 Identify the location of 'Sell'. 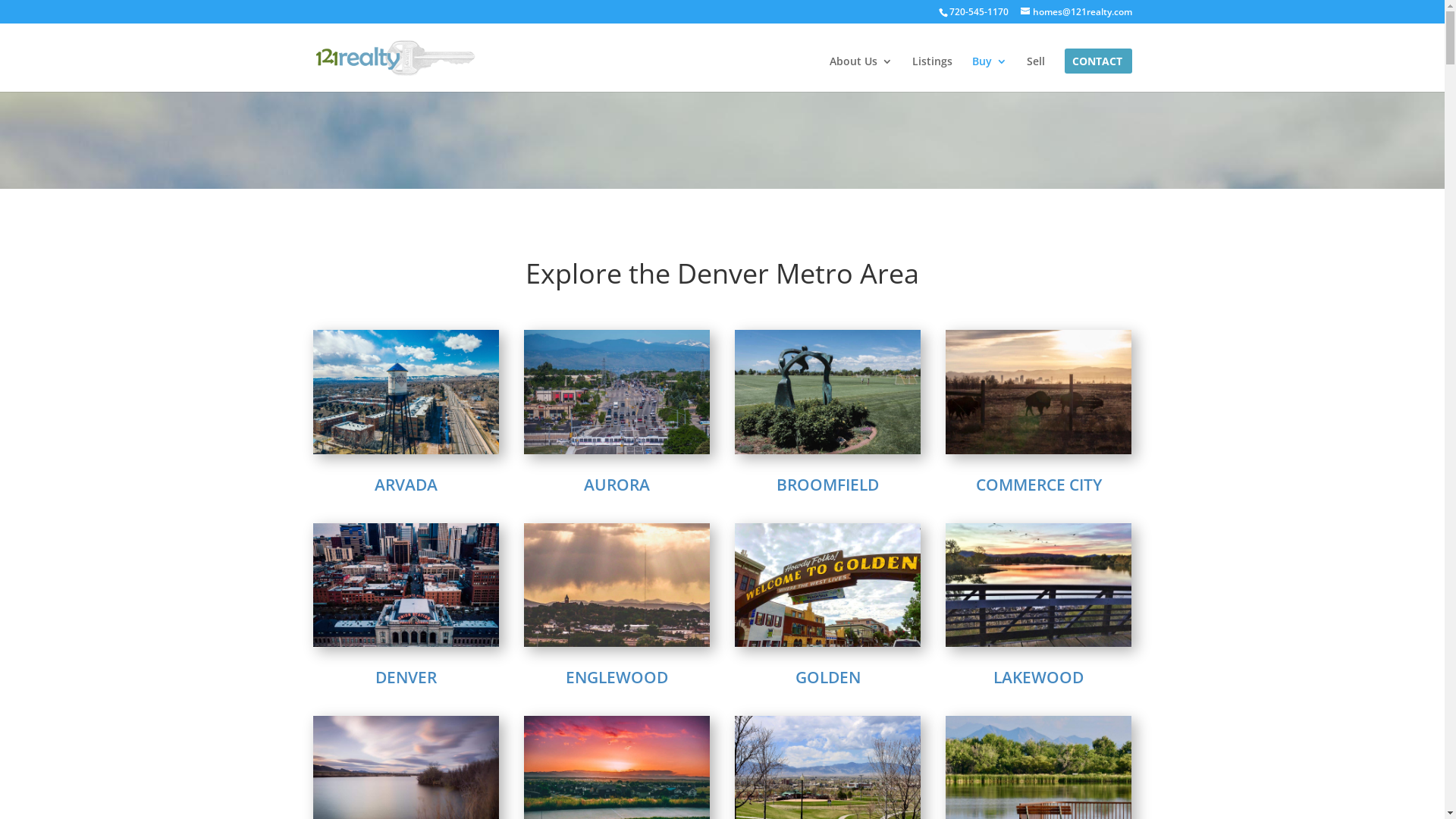
(1035, 74).